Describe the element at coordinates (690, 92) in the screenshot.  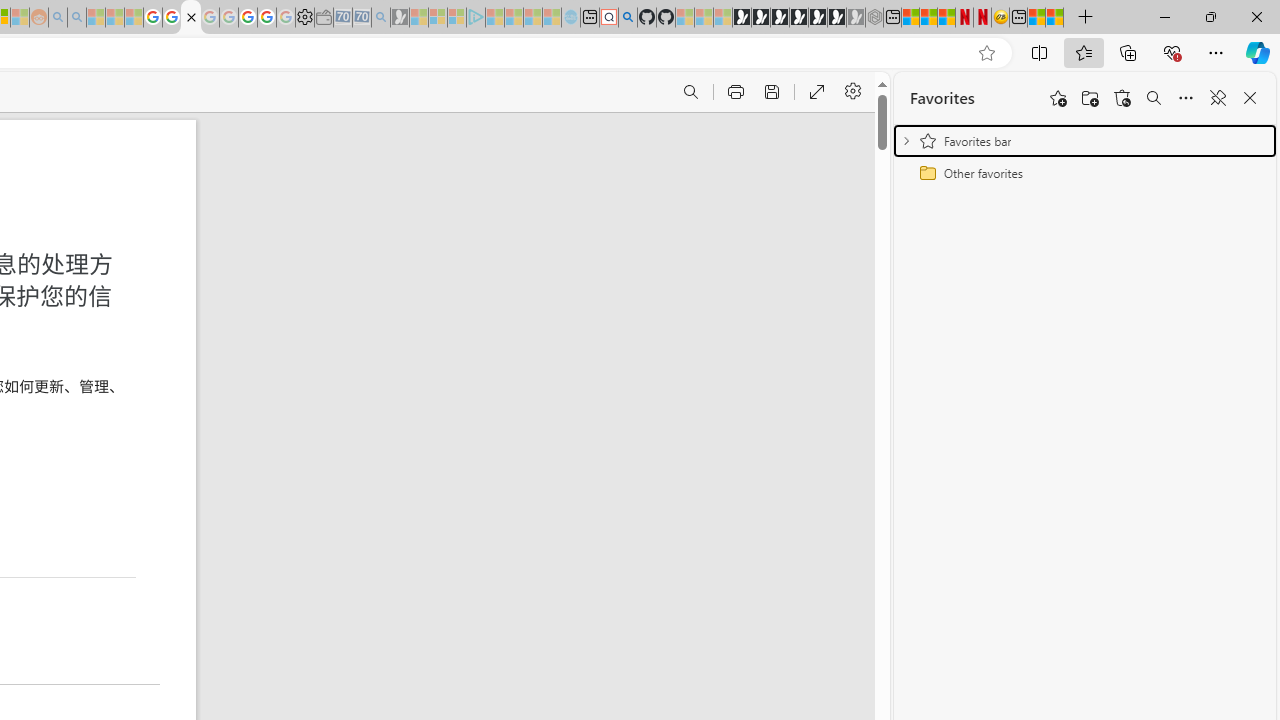
I see `'Find (Ctrl + F)'` at that location.